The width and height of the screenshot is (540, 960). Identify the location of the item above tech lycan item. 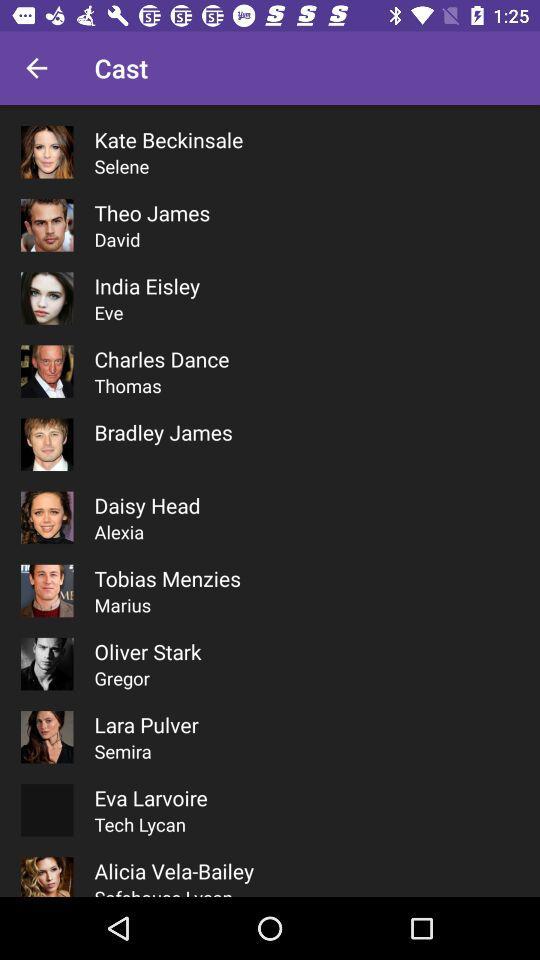
(150, 798).